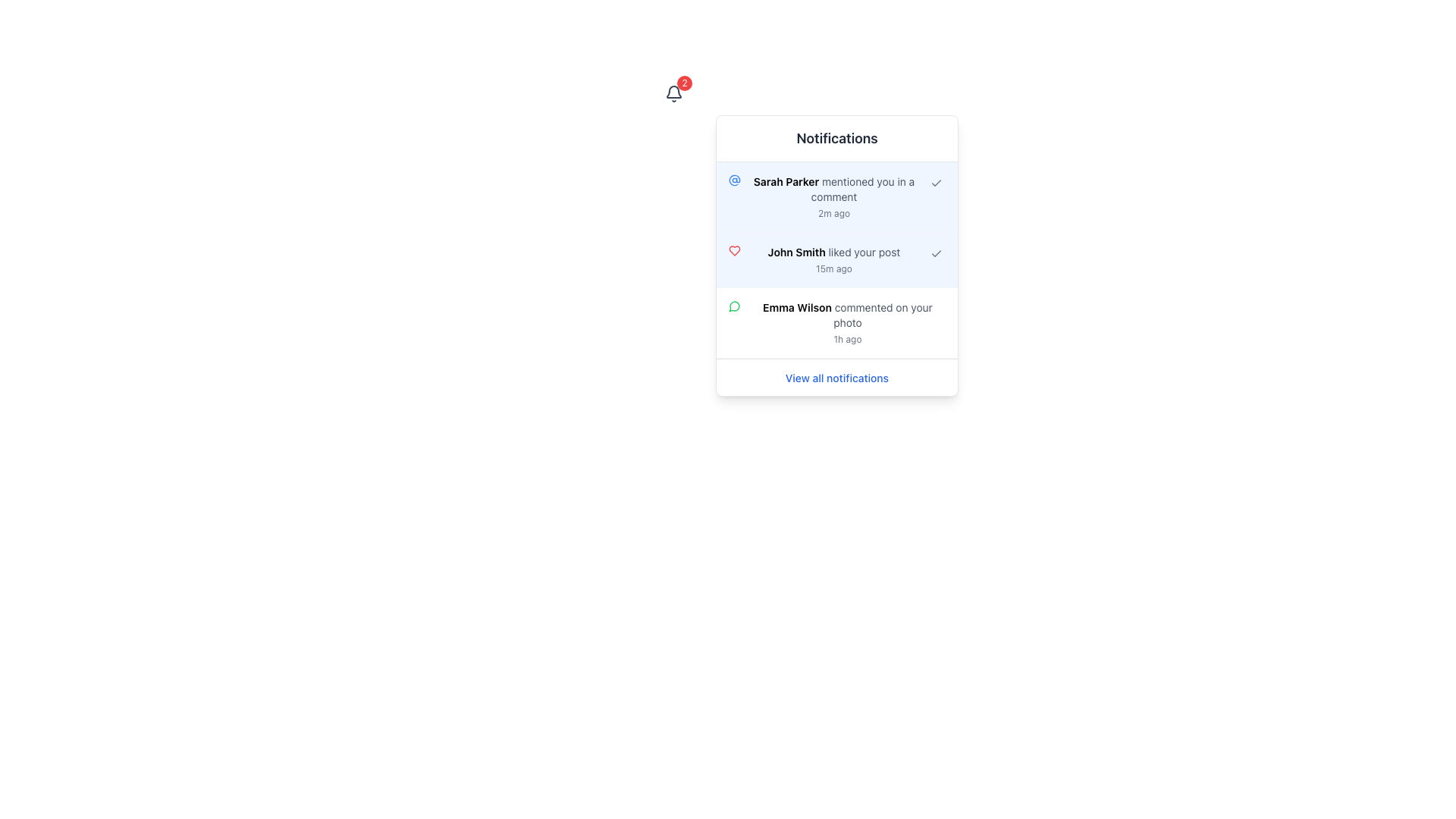 The height and width of the screenshot is (819, 1456). What do you see at coordinates (735, 180) in the screenshot?
I see `the blue '@' icon located at the top-left corner of the first notification item in the notification list` at bounding box center [735, 180].